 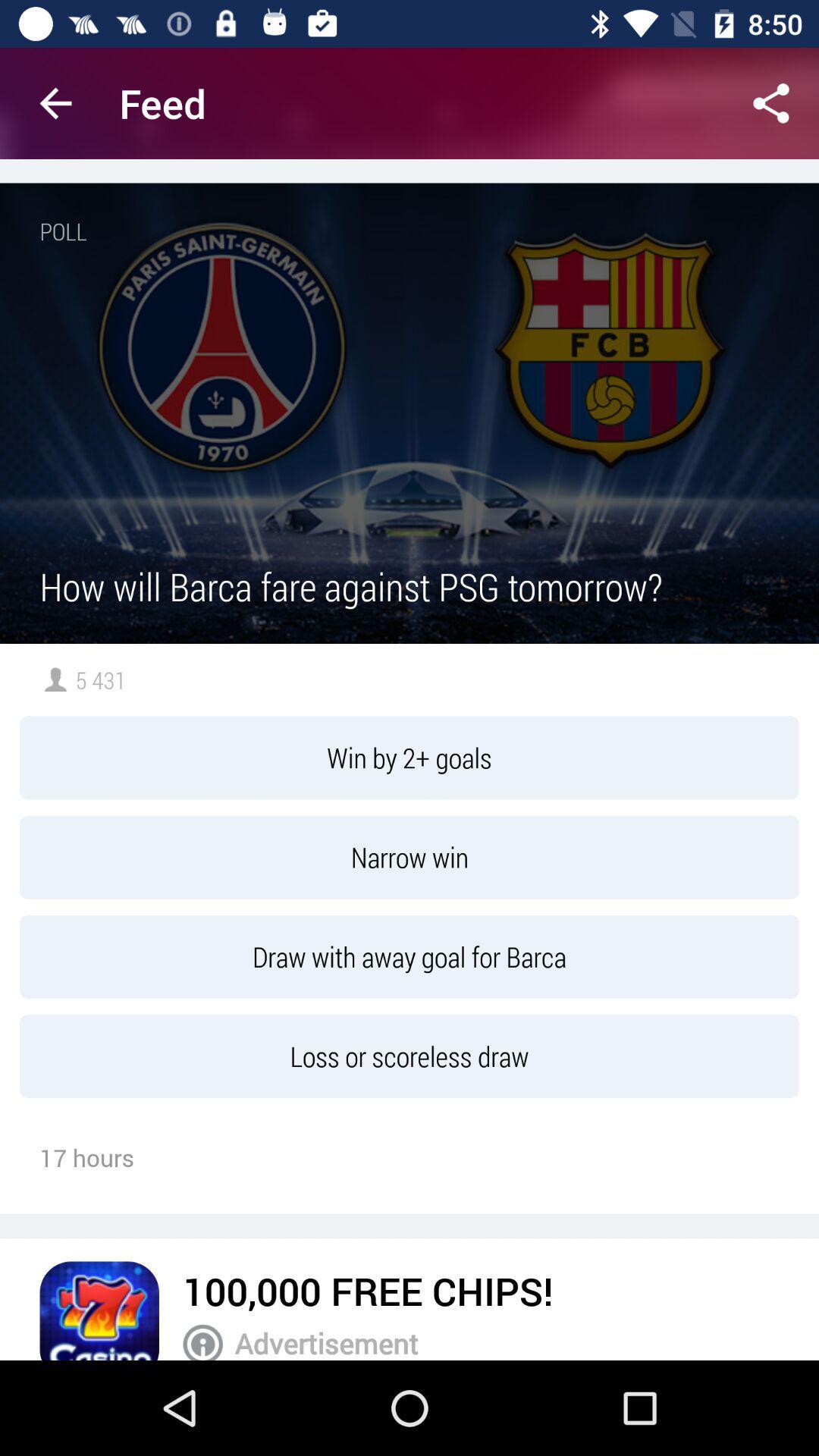 What do you see at coordinates (409, 955) in the screenshot?
I see `item below the narrow win item` at bounding box center [409, 955].